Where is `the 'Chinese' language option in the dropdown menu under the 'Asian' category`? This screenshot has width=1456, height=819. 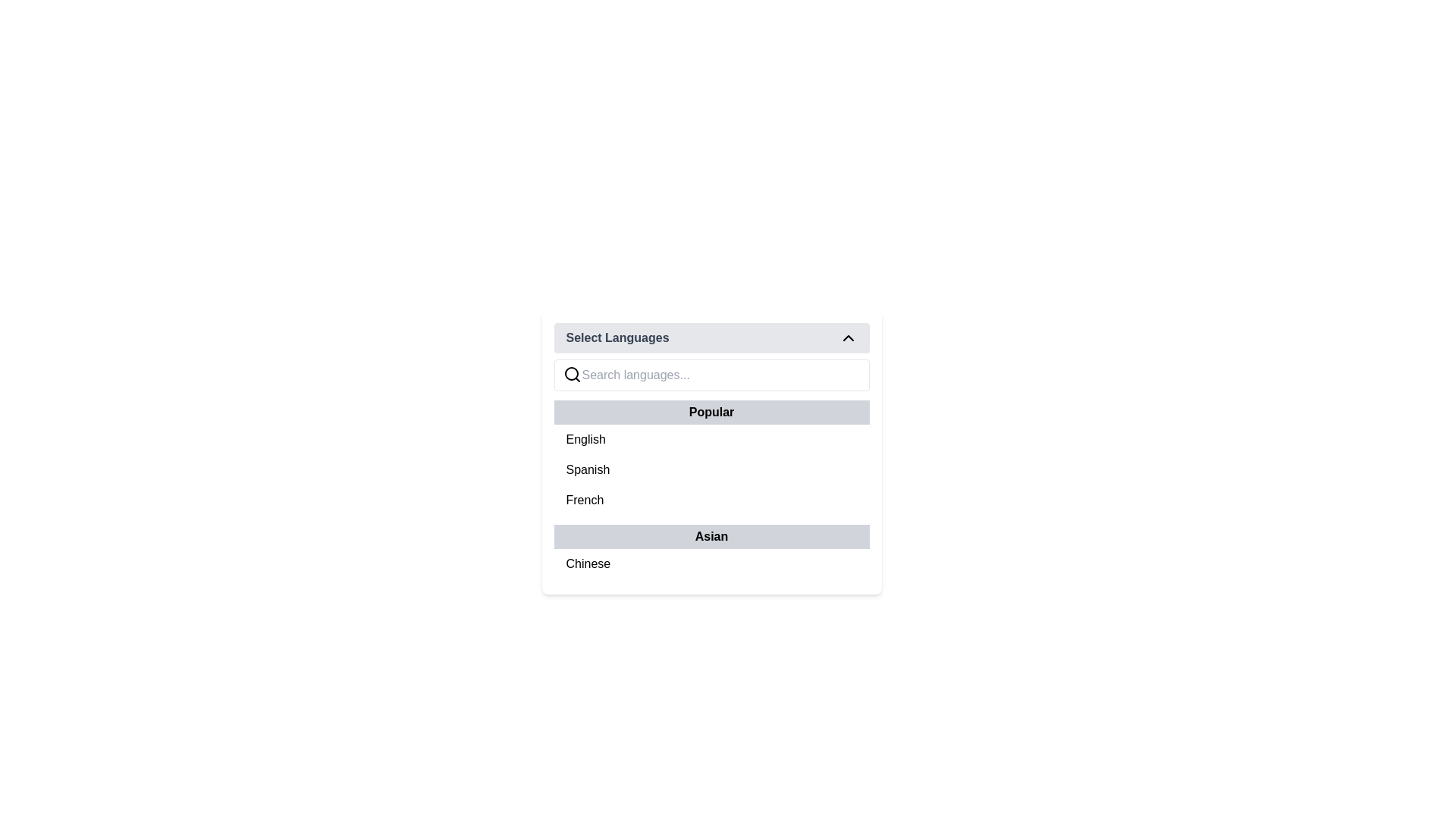 the 'Chinese' language option in the dropdown menu under the 'Asian' category is located at coordinates (587, 564).